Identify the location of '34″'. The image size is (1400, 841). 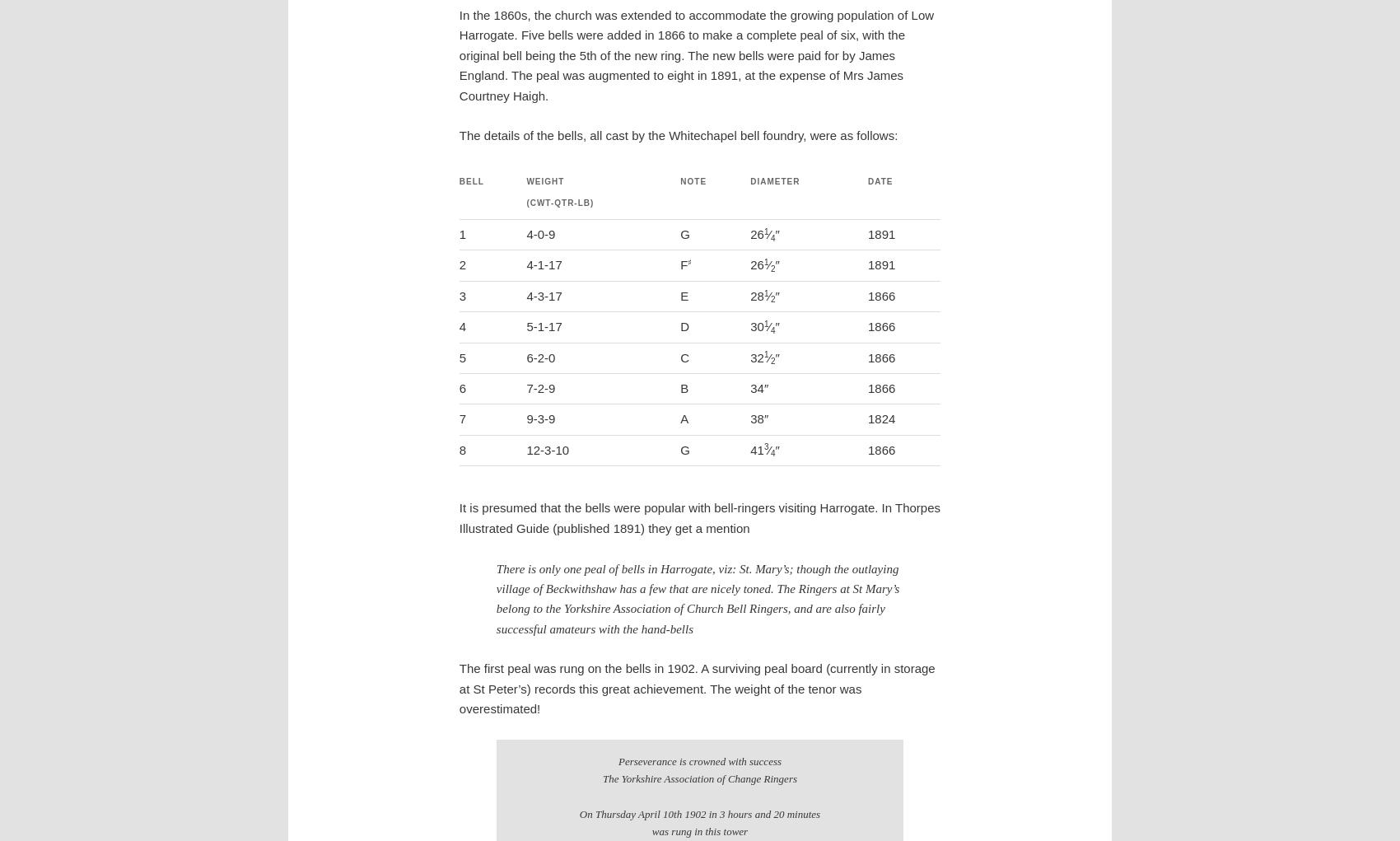
(759, 387).